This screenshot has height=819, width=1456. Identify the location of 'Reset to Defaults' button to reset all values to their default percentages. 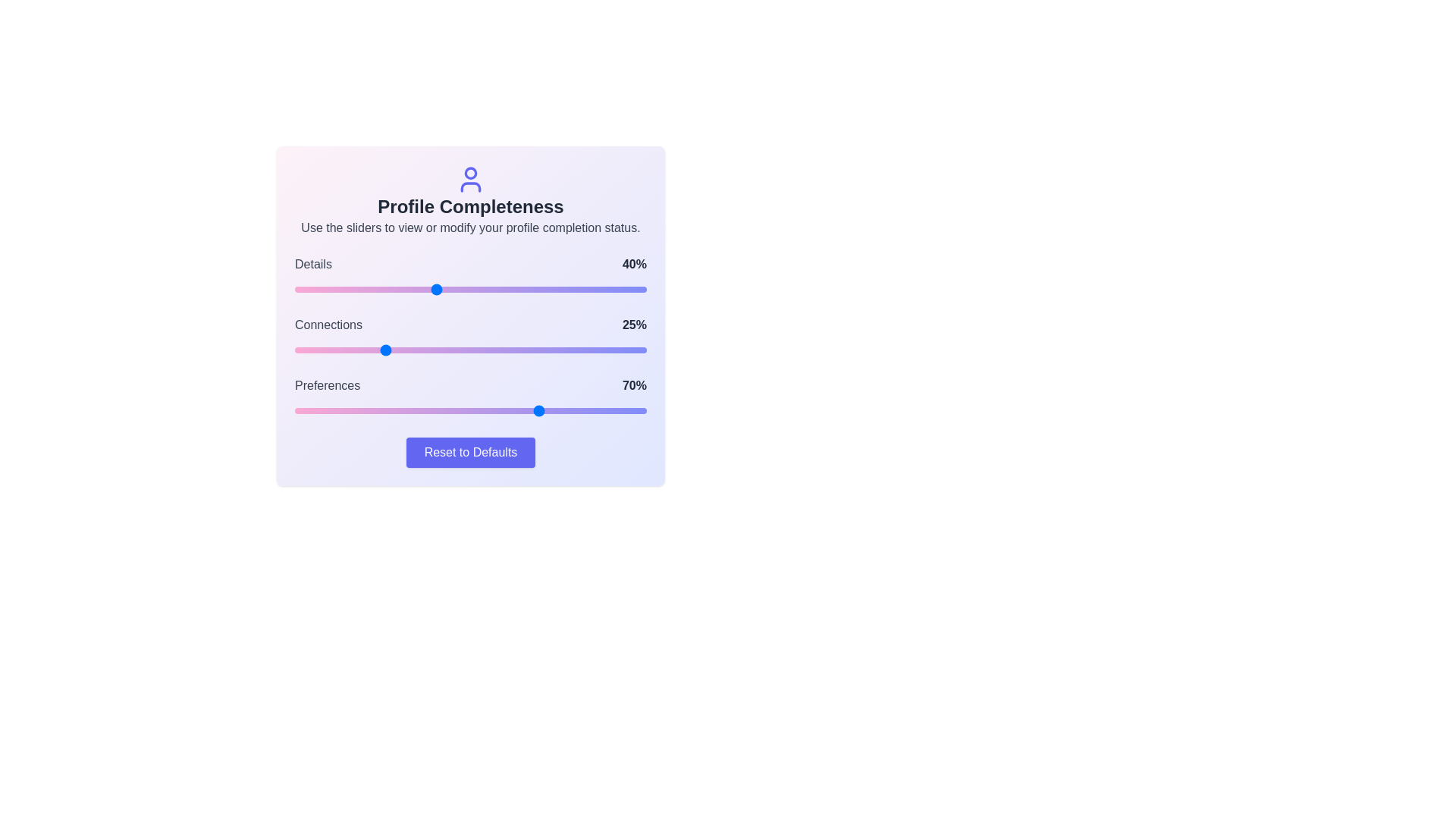
(469, 452).